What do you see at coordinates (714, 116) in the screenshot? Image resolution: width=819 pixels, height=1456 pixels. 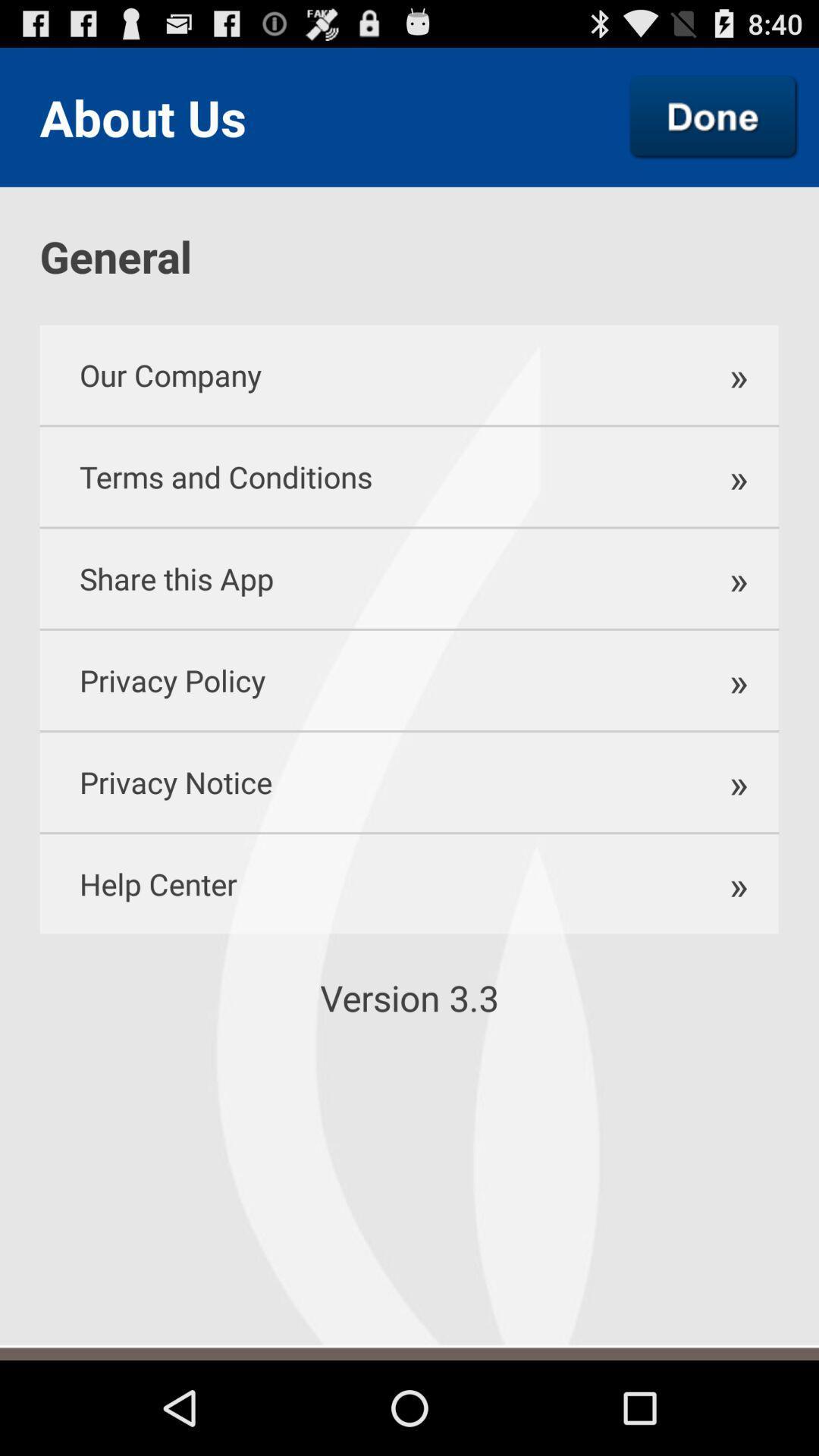 I see `done` at bounding box center [714, 116].